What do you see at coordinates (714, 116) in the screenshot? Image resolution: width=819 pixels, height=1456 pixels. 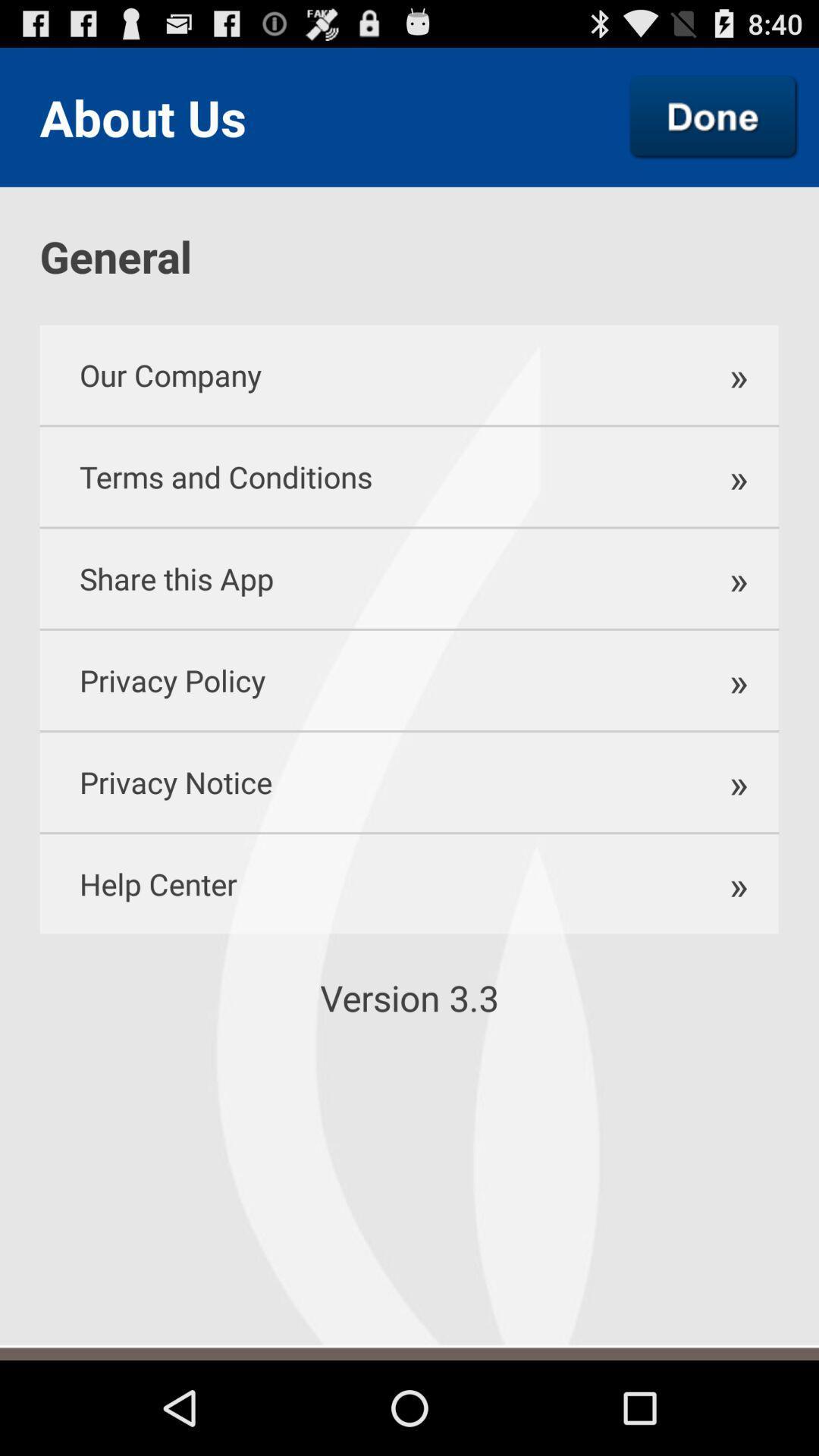 I see `done` at bounding box center [714, 116].